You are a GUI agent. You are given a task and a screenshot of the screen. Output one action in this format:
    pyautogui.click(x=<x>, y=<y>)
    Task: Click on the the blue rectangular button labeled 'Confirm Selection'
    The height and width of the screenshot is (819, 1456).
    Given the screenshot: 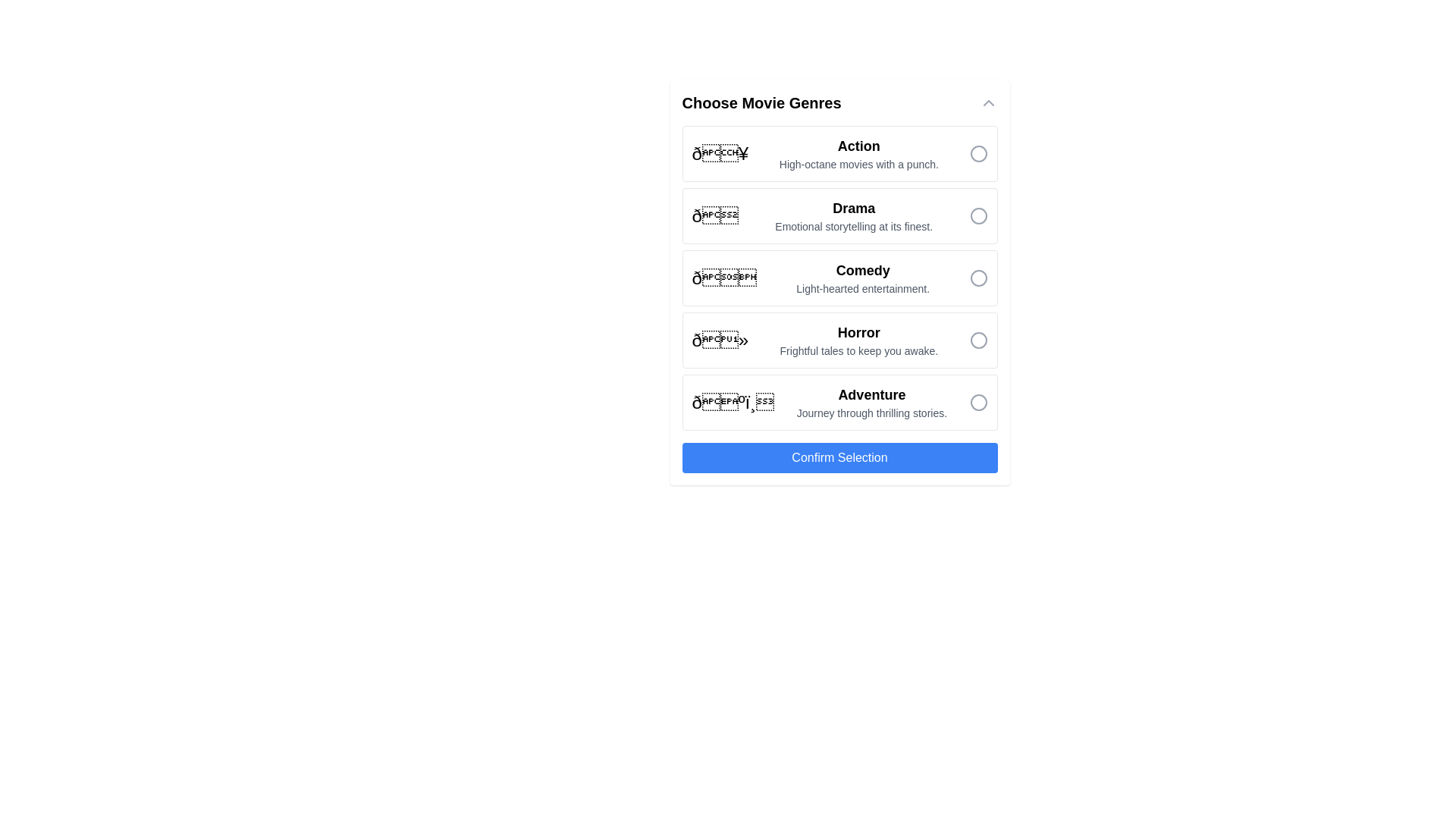 What is the action you would take?
    pyautogui.click(x=839, y=457)
    